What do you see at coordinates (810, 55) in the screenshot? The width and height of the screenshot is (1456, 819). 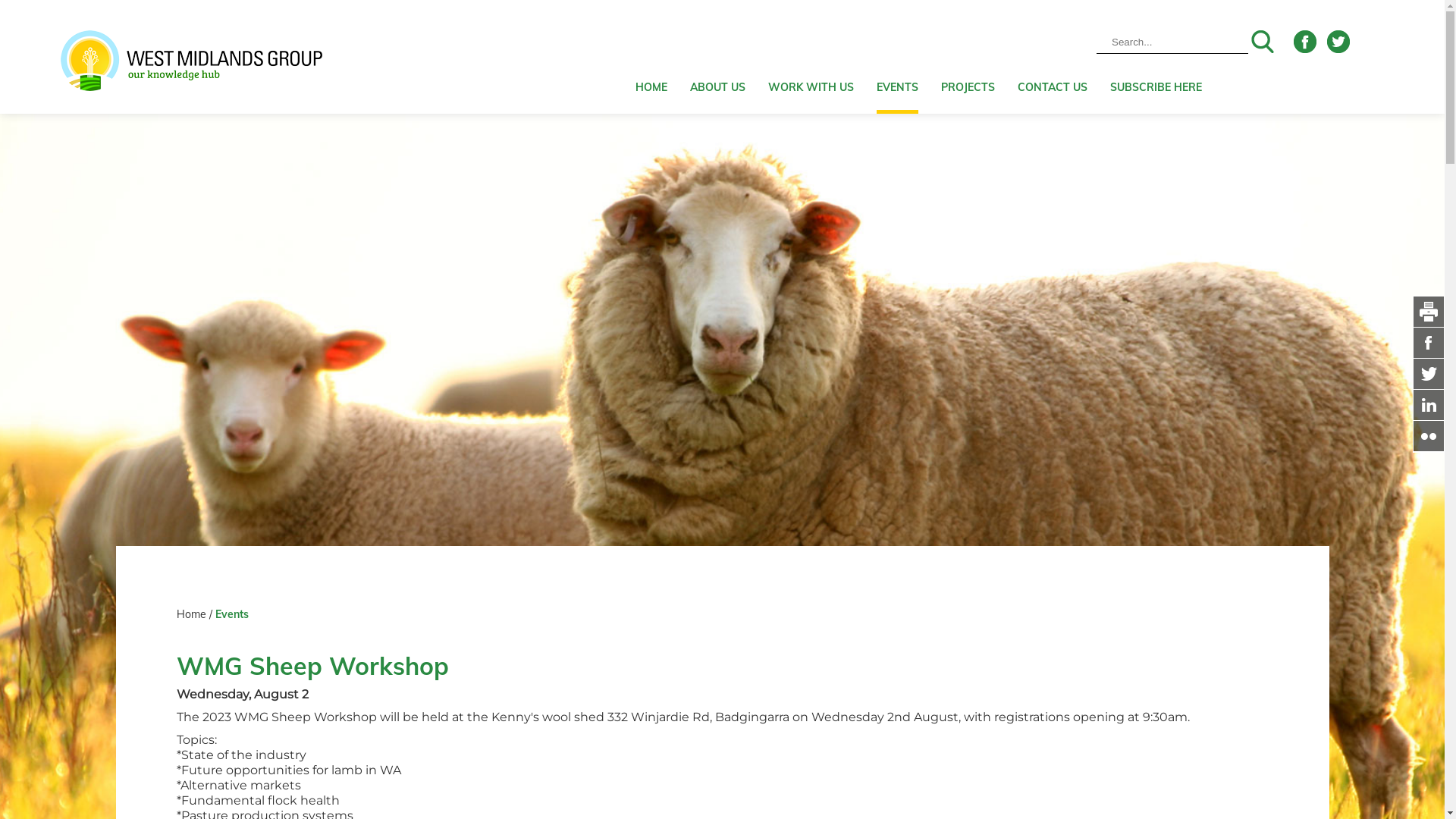 I see `'WORK WITH US'` at bounding box center [810, 55].